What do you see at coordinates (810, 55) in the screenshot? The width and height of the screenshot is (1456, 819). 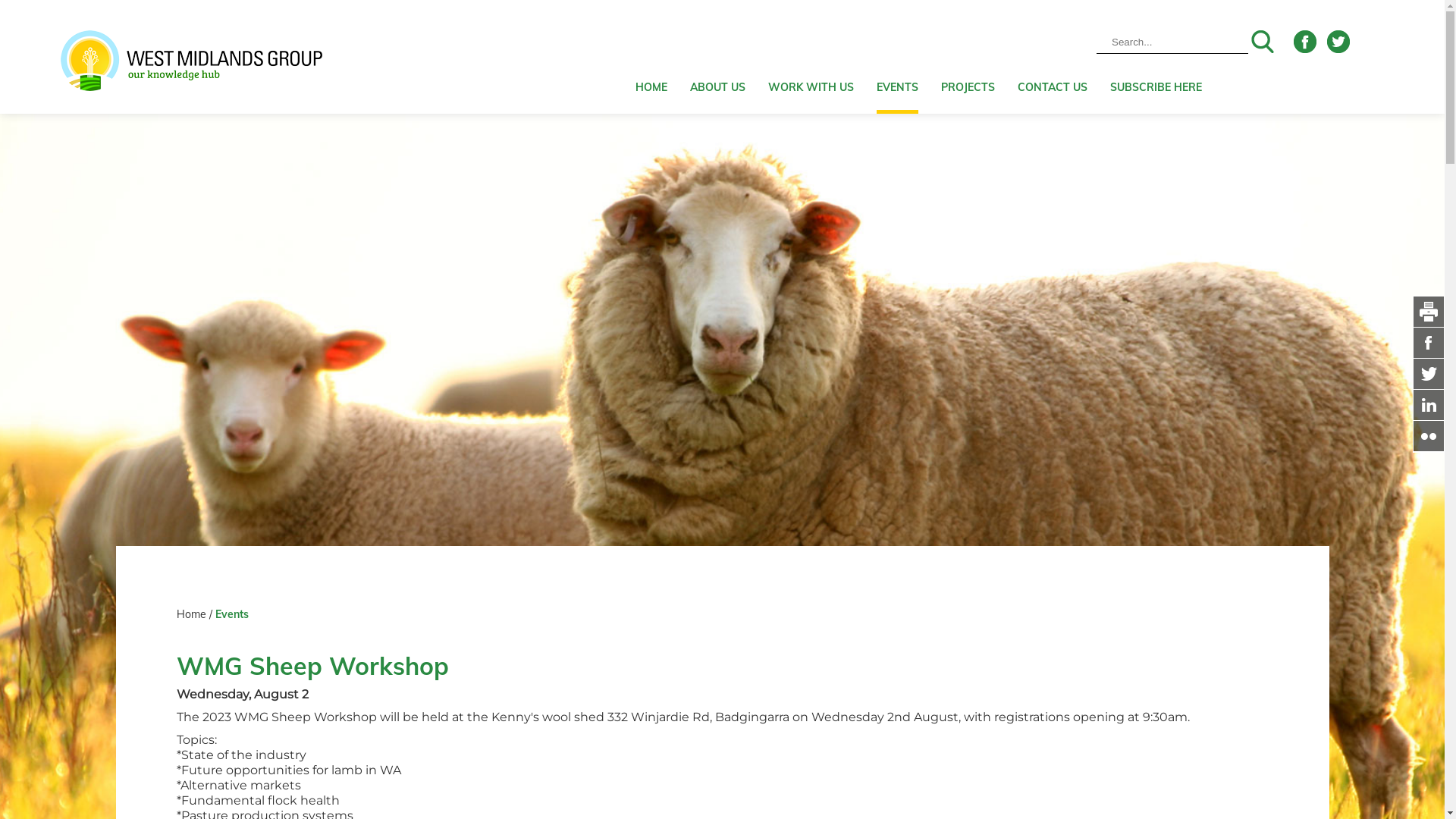 I see `'WORK WITH US'` at bounding box center [810, 55].